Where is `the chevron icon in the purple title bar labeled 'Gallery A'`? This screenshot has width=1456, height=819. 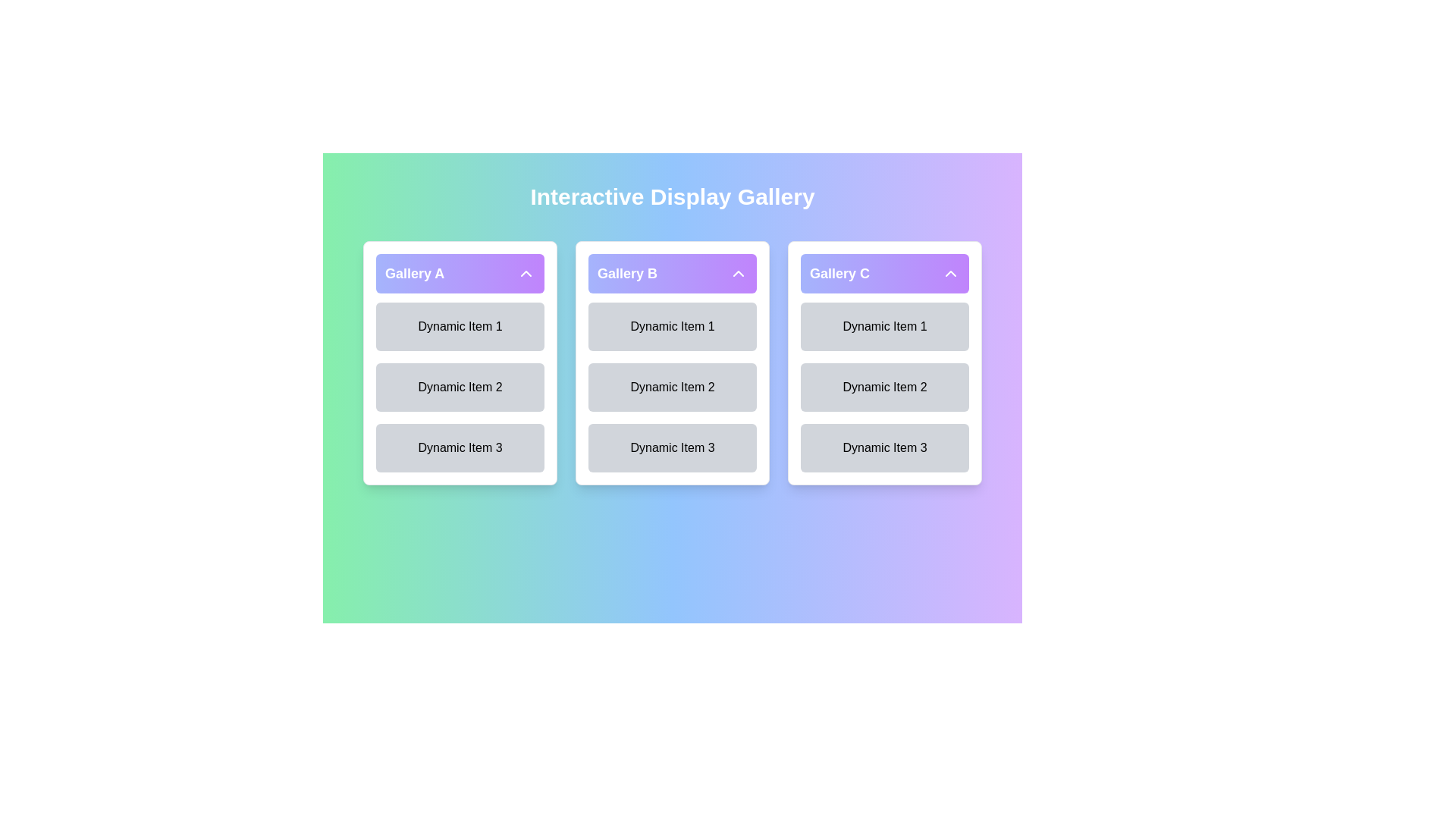
the chevron icon in the purple title bar labeled 'Gallery A' is located at coordinates (526, 274).